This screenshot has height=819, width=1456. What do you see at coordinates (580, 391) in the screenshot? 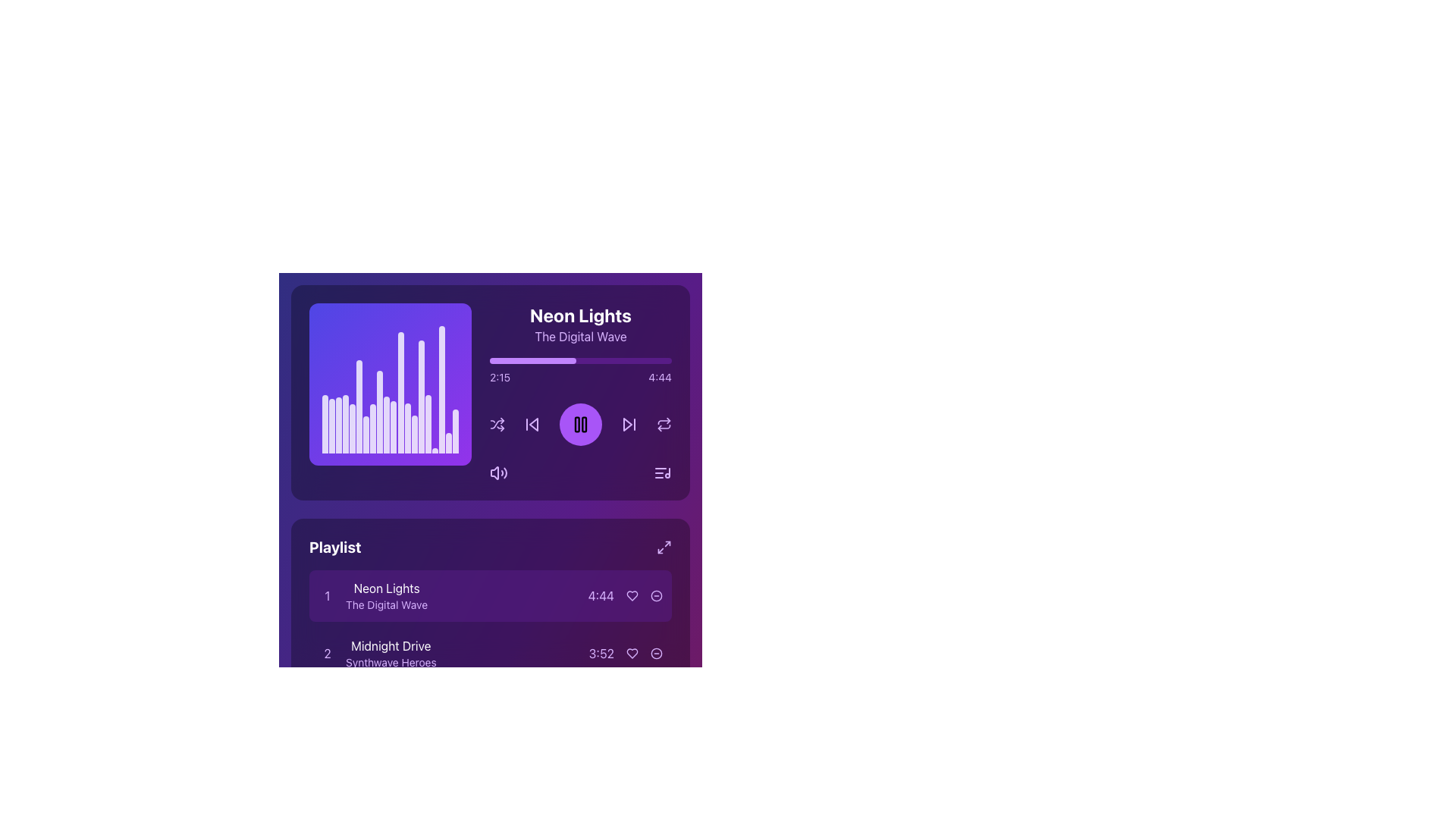
I see `the multimedia controller section located at the center-right of the interface to navigate, shuffle, or repeat the music track` at bounding box center [580, 391].